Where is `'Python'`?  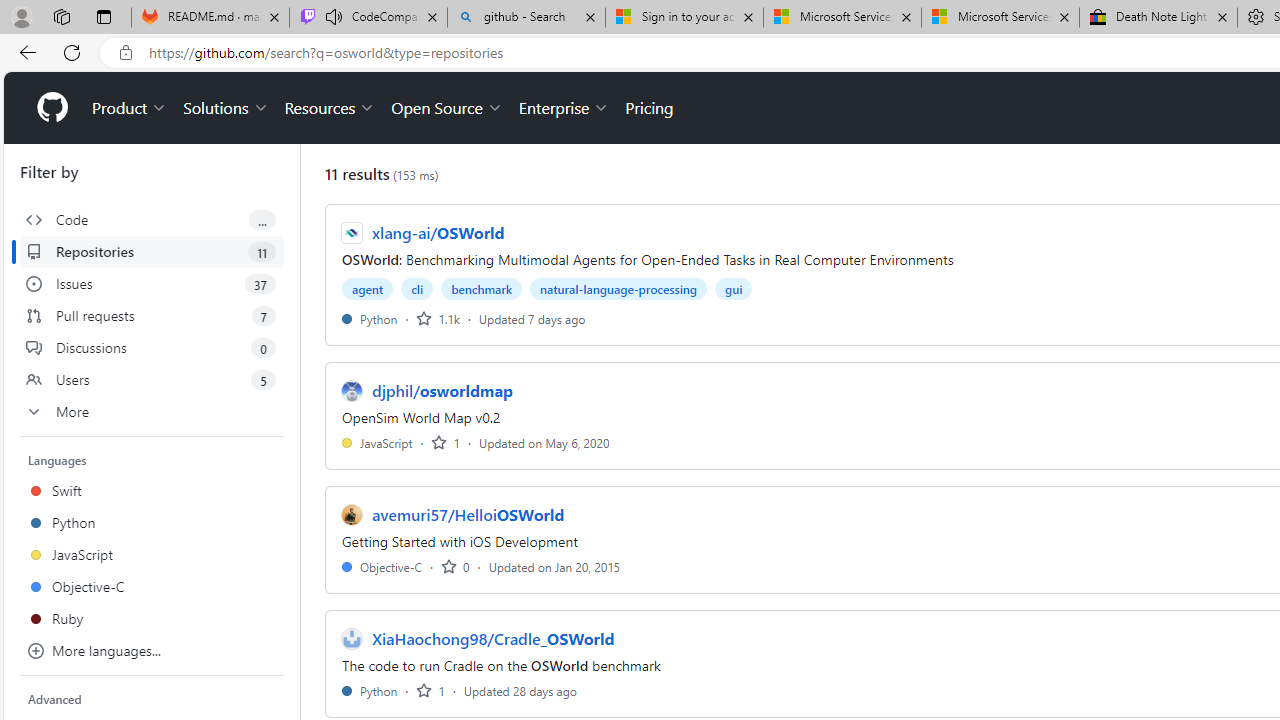 'Python' is located at coordinates (369, 689).